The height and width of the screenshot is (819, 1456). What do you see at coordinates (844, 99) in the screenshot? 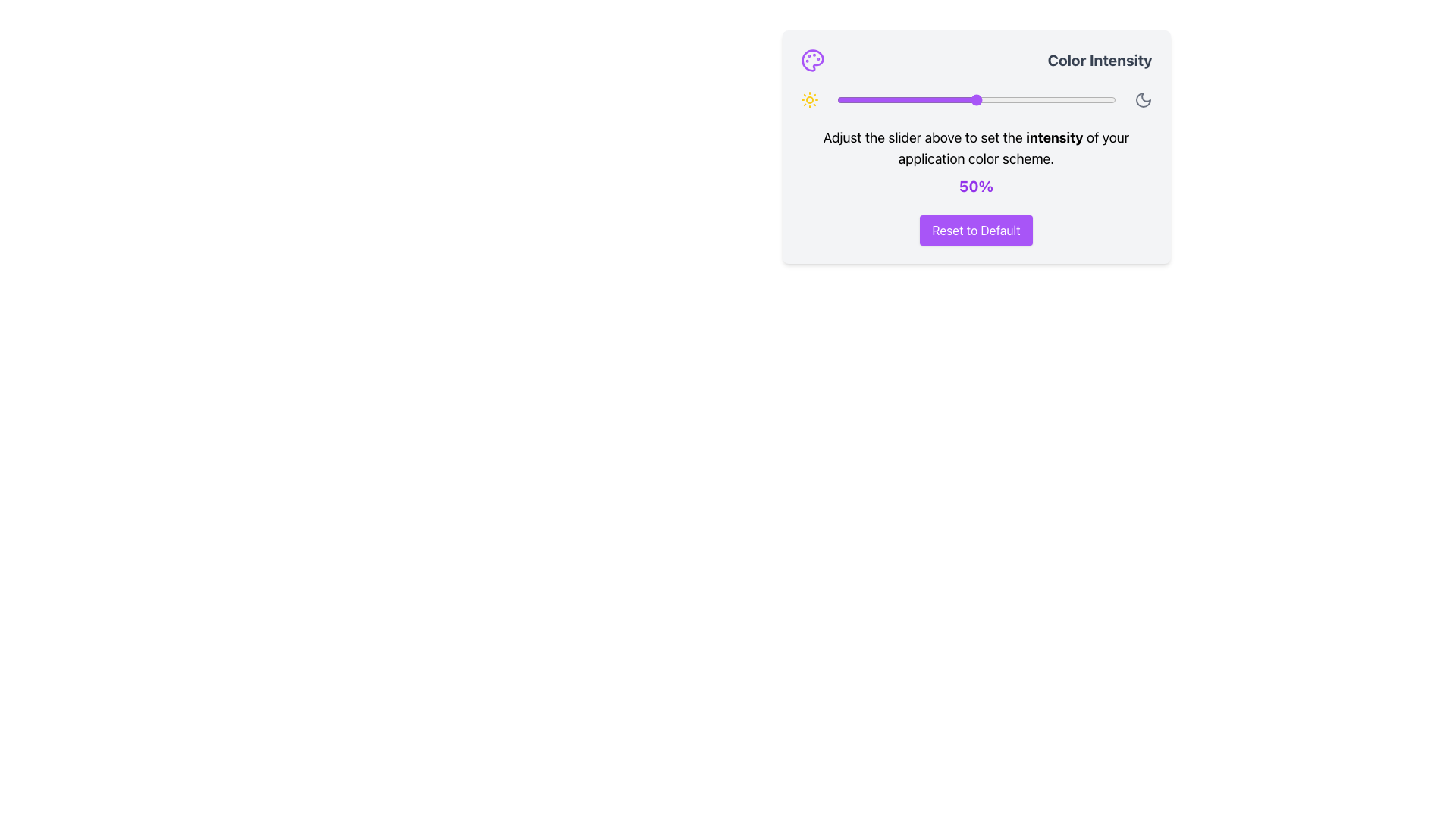
I see `the color intensity` at bounding box center [844, 99].